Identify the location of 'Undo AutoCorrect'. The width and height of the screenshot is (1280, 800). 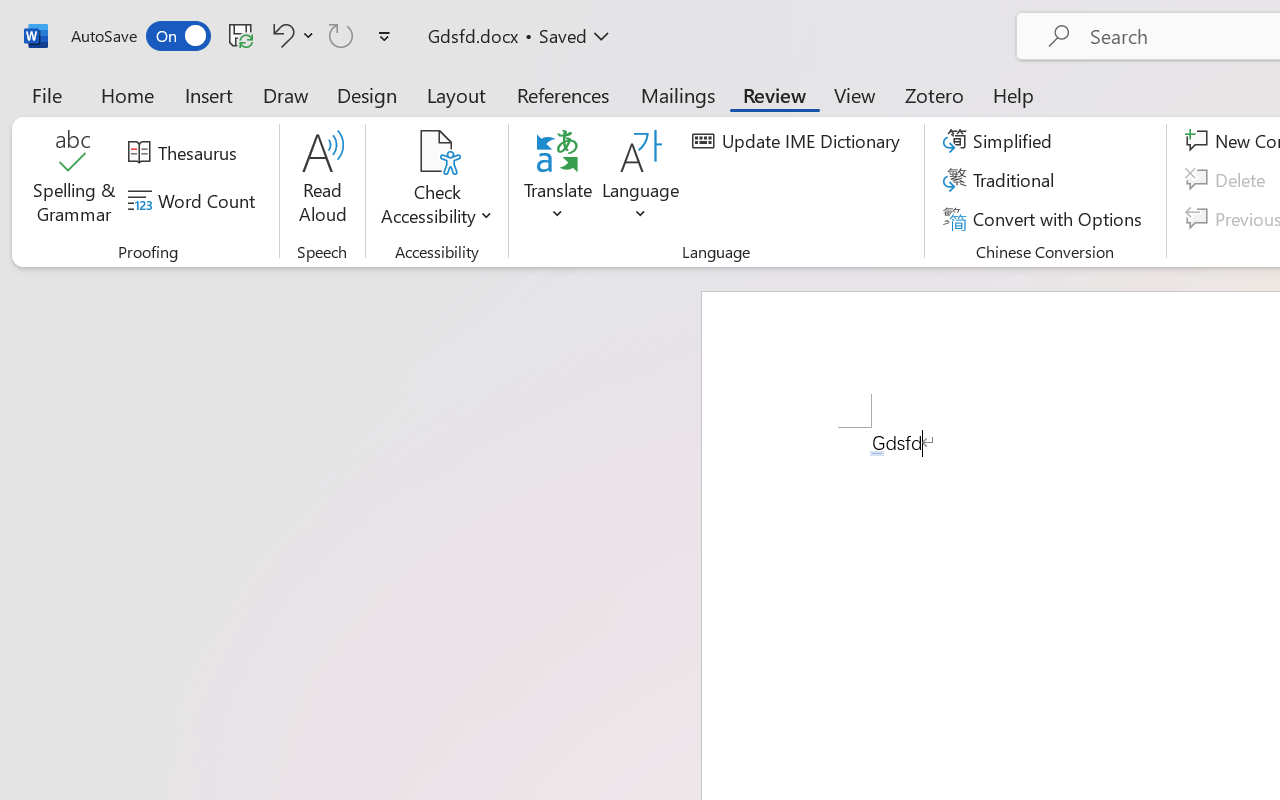
(279, 34).